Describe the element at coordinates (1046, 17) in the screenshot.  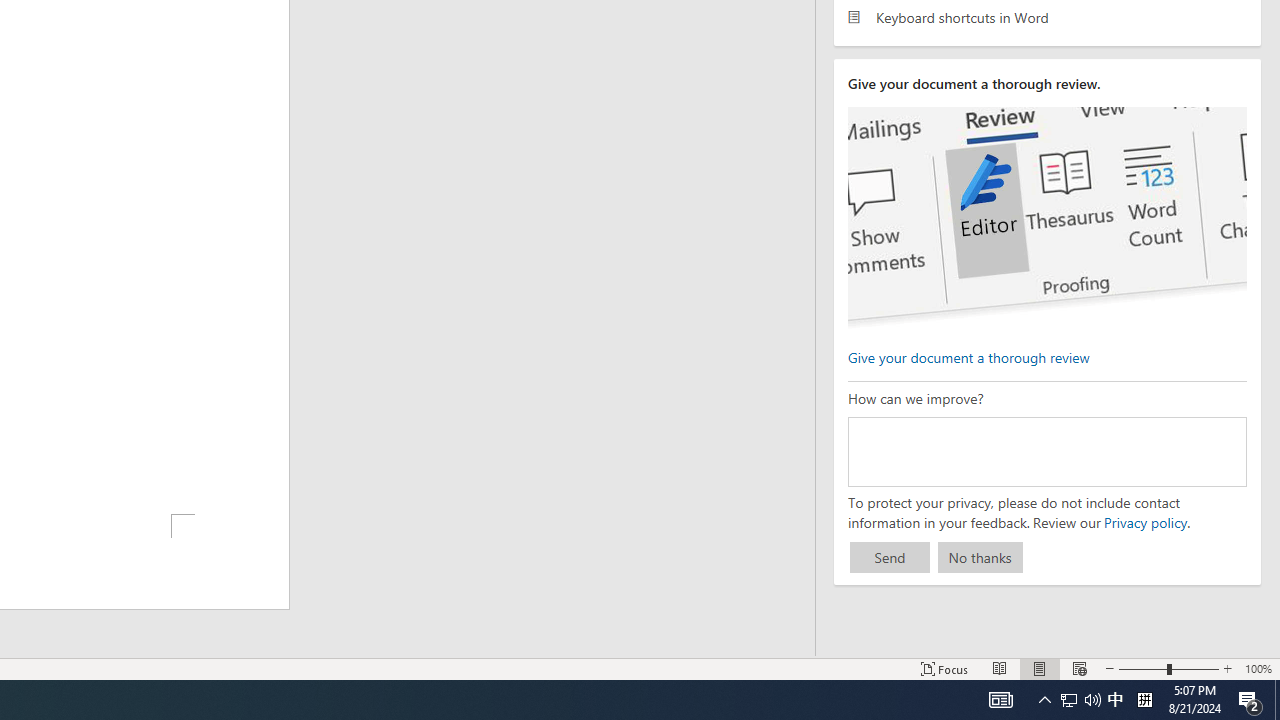
I see `'Keyboard shortcuts in Word'` at that location.